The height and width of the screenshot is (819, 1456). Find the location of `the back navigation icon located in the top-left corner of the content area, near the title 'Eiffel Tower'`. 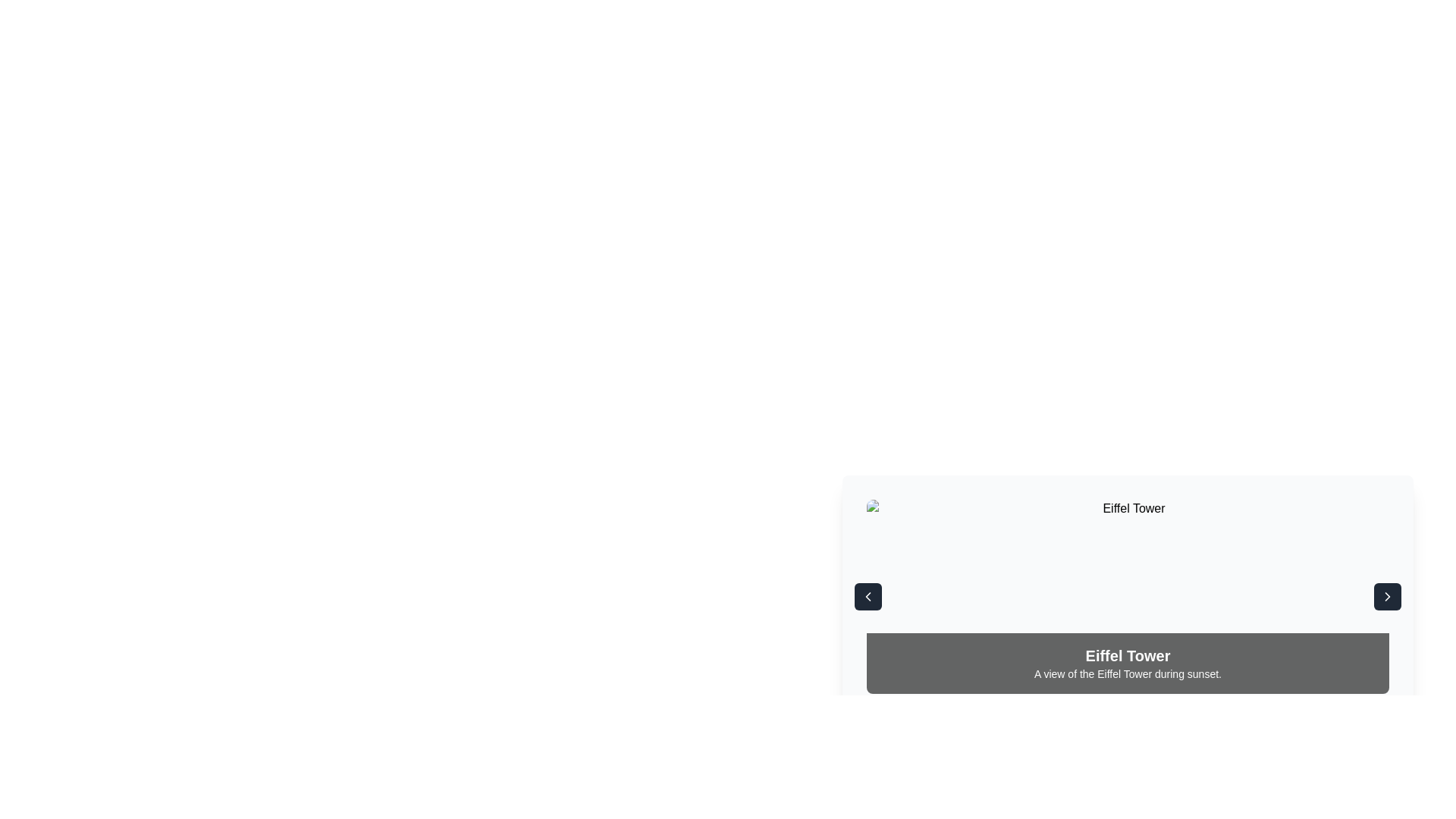

the back navigation icon located in the top-left corner of the content area, near the title 'Eiffel Tower' is located at coordinates (868, 595).